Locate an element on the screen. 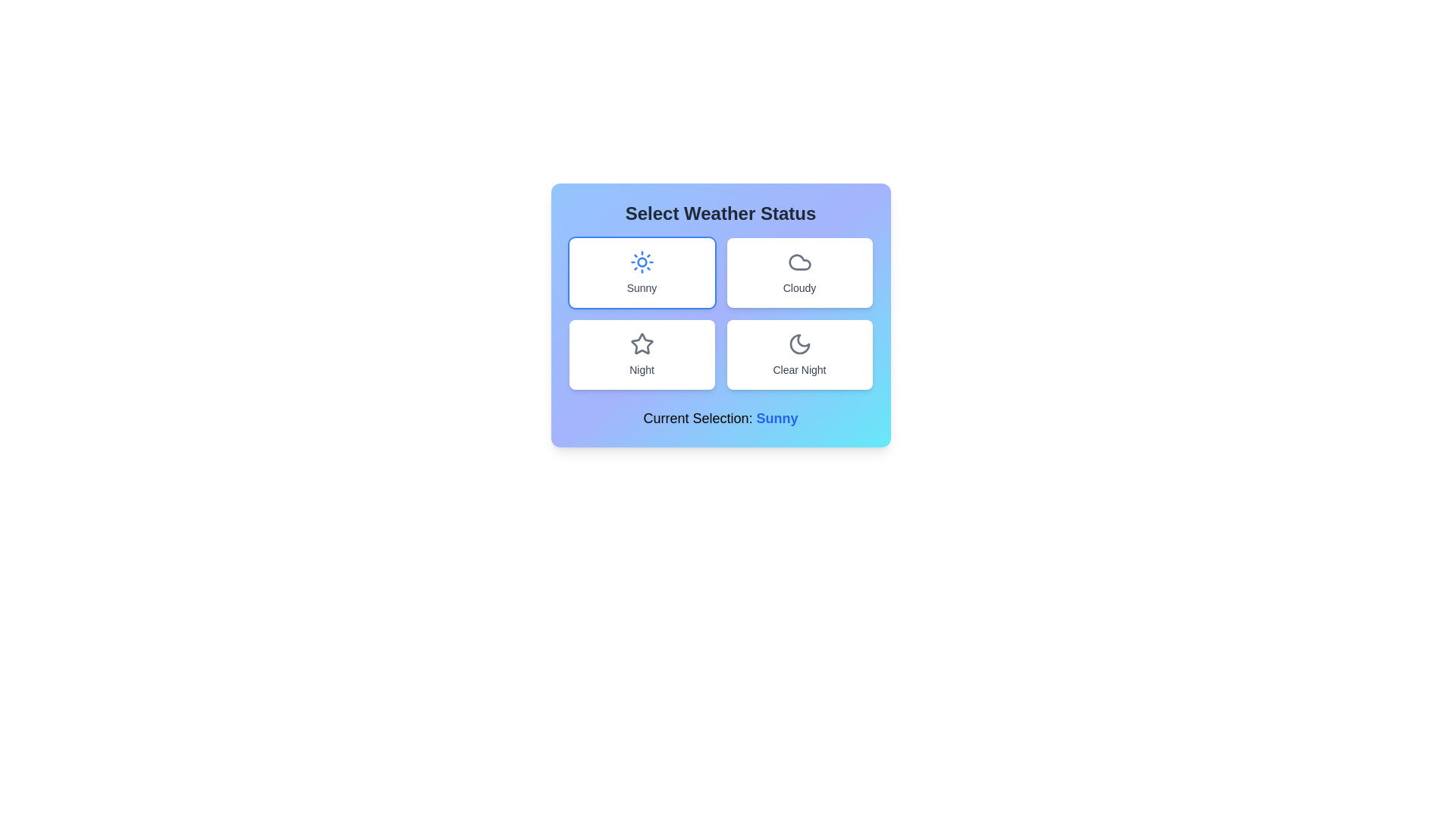 The height and width of the screenshot is (819, 1456). the non-interactive text label that describes the weather condition 'Cloudy', located below the 'Cloudy' icon in the top-right corner of the interface card is located at coordinates (799, 288).